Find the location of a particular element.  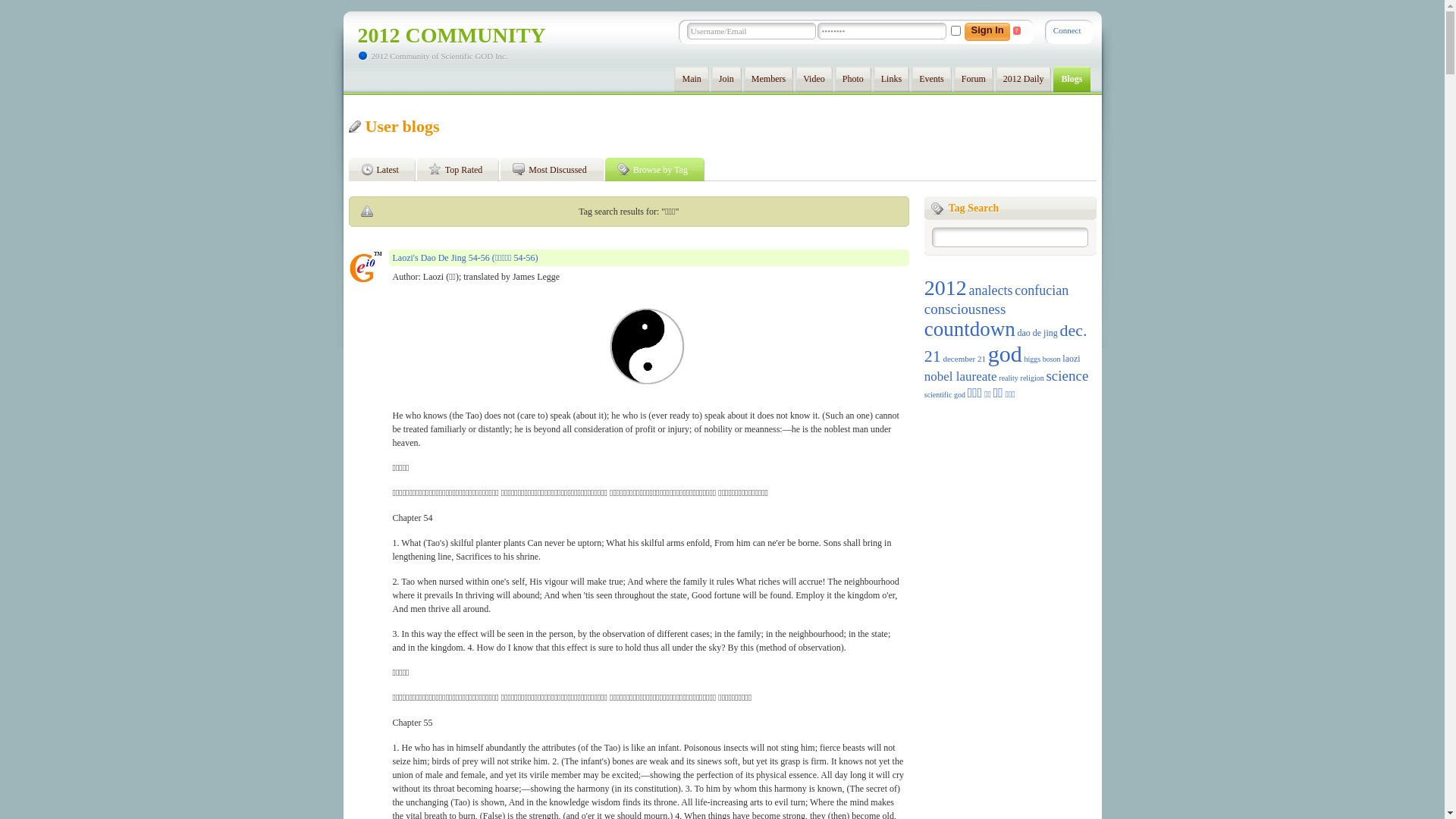

'laozi' is located at coordinates (1070, 359).